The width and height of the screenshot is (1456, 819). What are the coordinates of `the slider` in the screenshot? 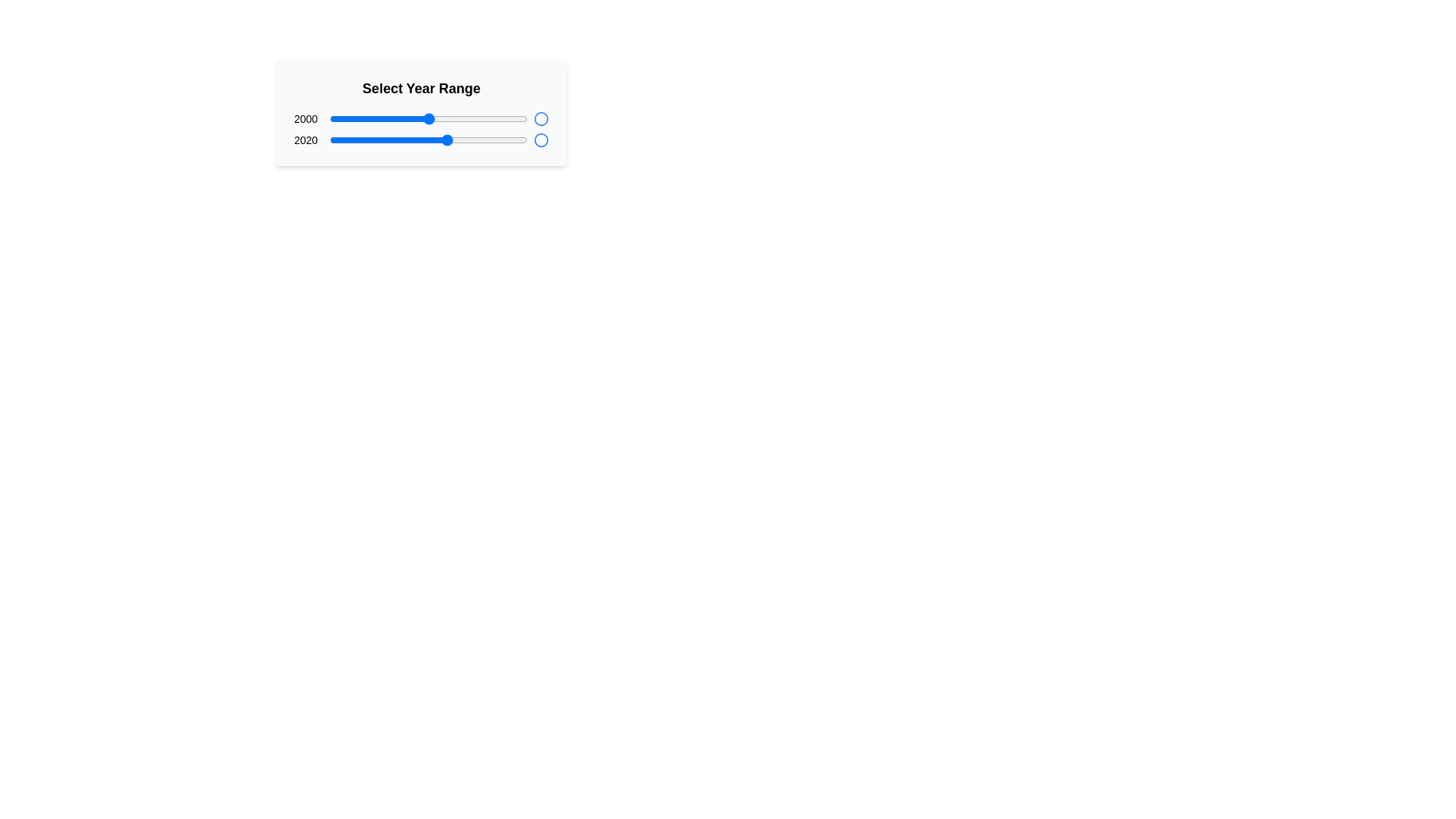 It's located at (406, 118).